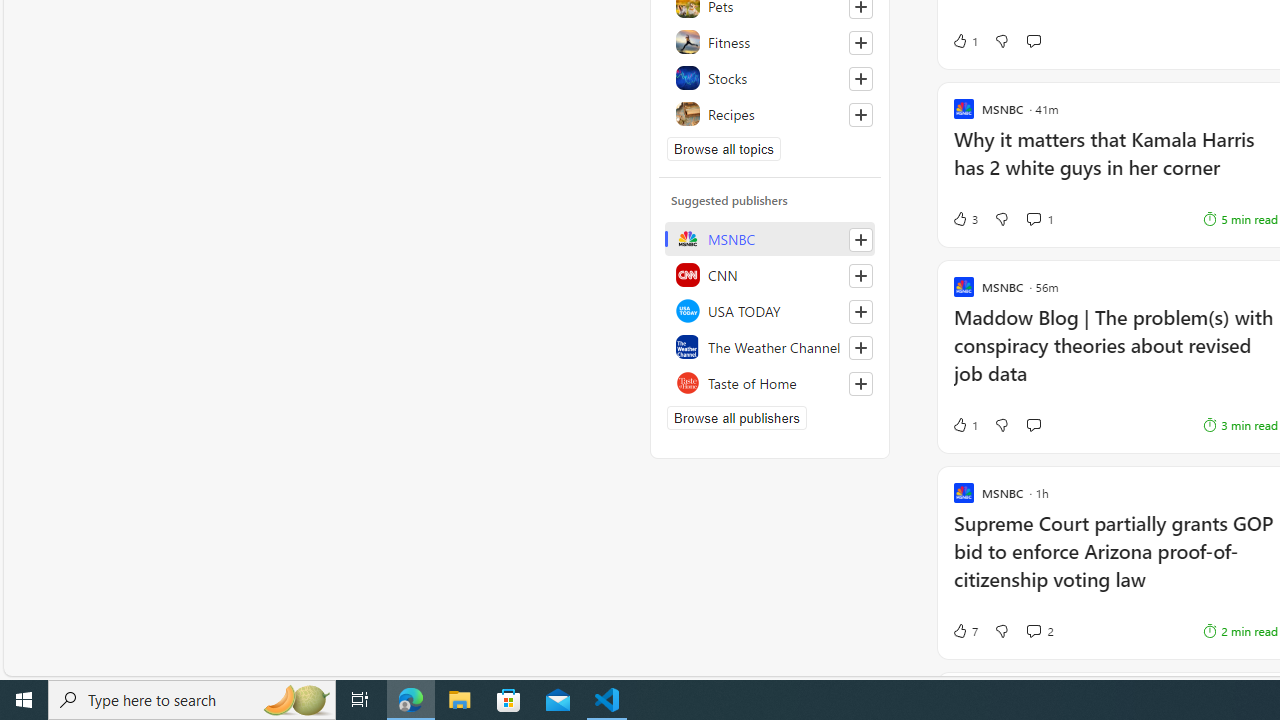 The height and width of the screenshot is (720, 1280). What do you see at coordinates (860, 114) in the screenshot?
I see `'Follow this topic'` at bounding box center [860, 114].